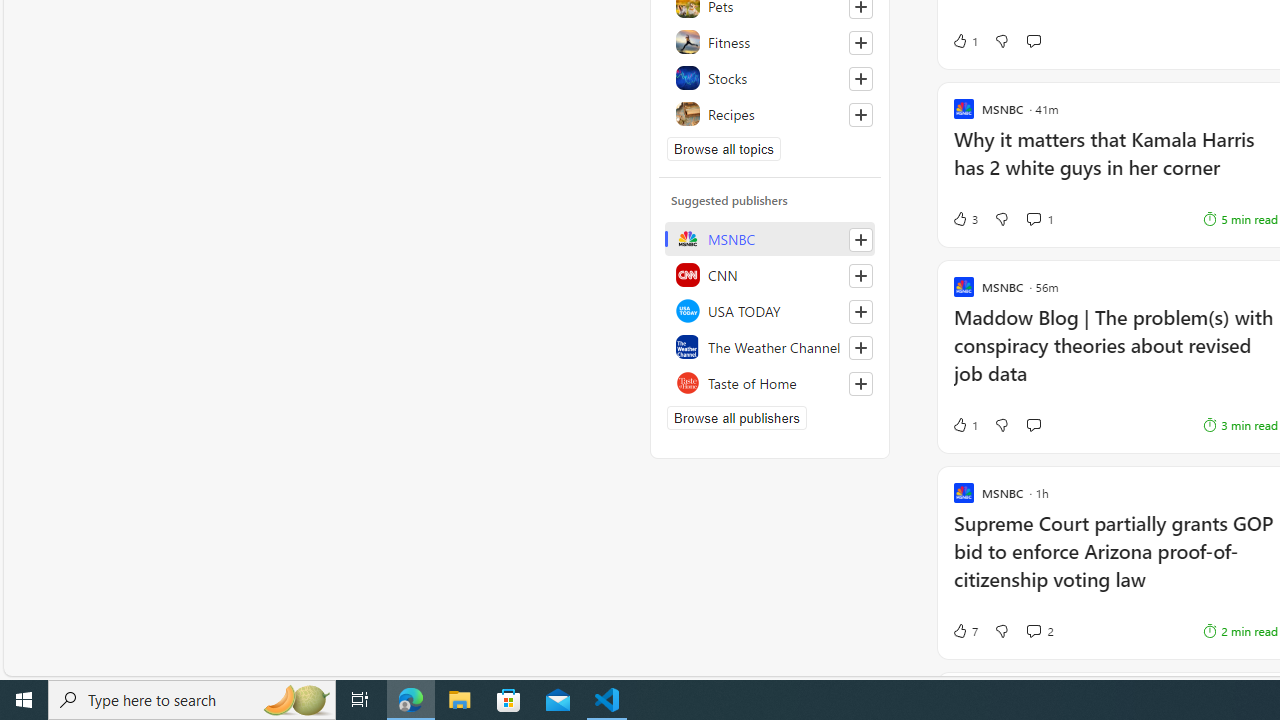 The height and width of the screenshot is (720, 1280). What do you see at coordinates (860, 114) in the screenshot?
I see `'Follow this topic'` at bounding box center [860, 114].